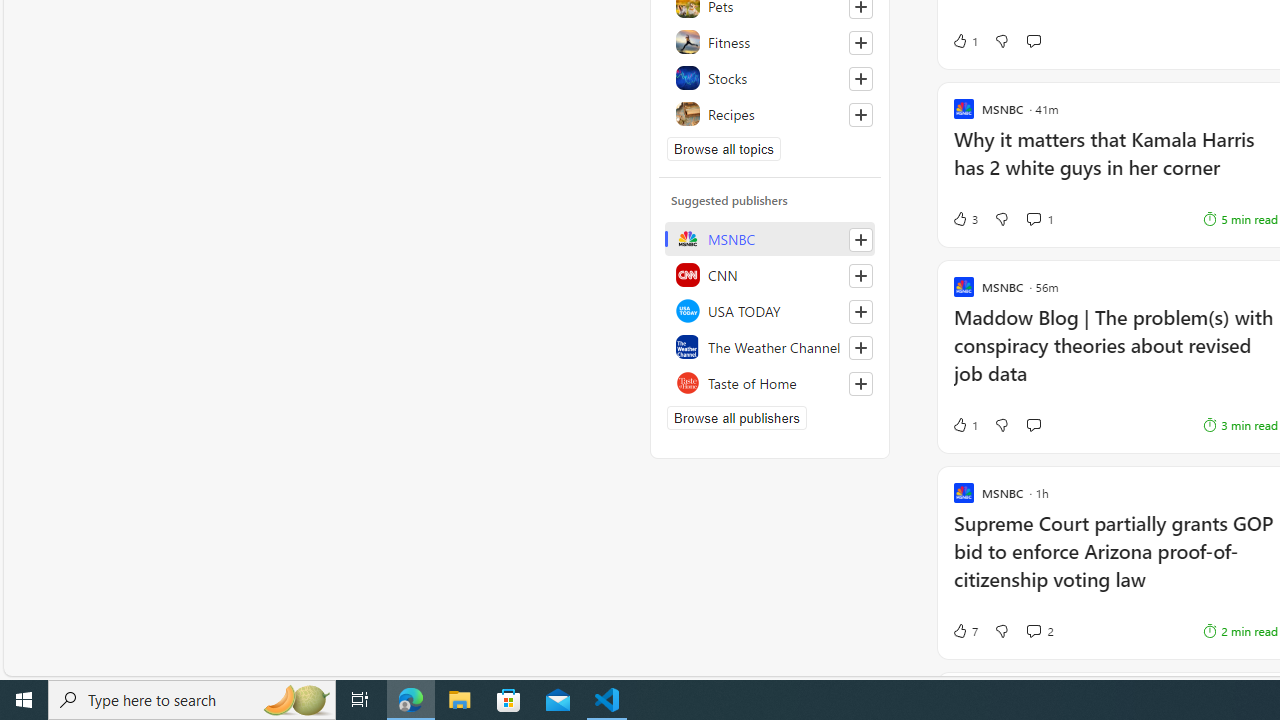 The height and width of the screenshot is (720, 1280). What do you see at coordinates (860, 114) in the screenshot?
I see `'Follow this topic'` at bounding box center [860, 114].